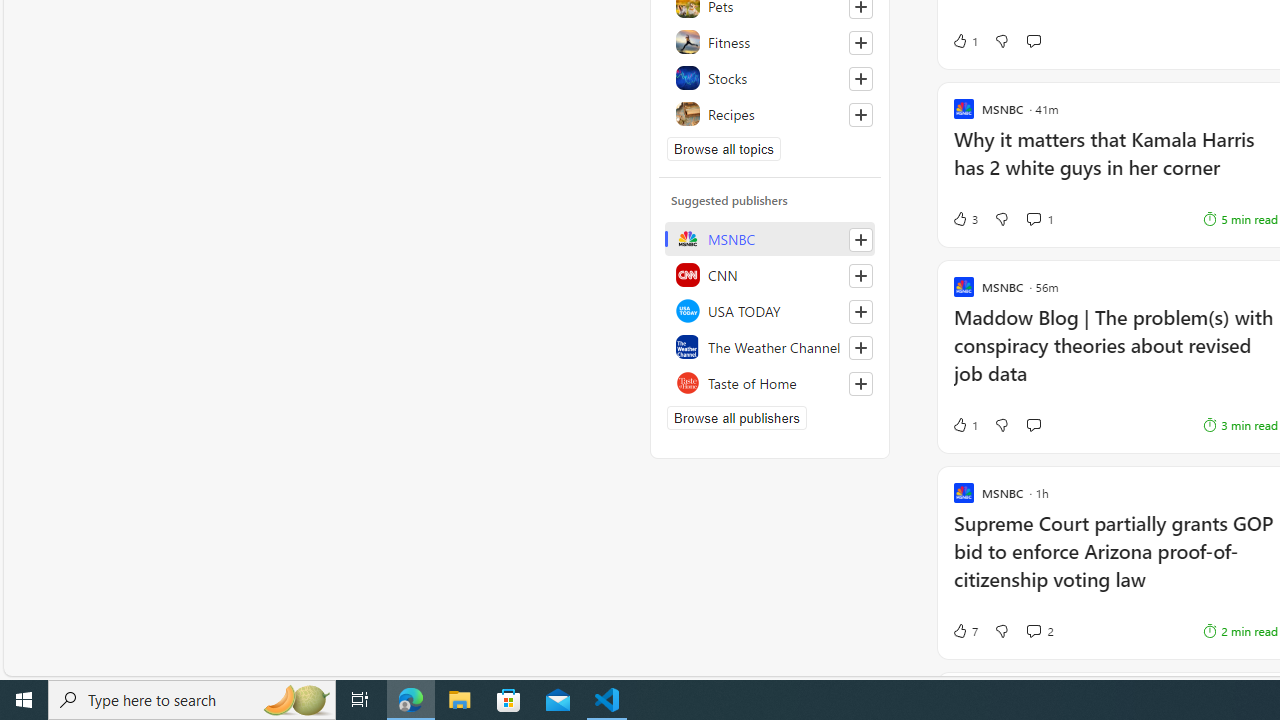 The height and width of the screenshot is (720, 1280). What do you see at coordinates (860, 114) in the screenshot?
I see `'Follow this topic'` at bounding box center [860, 114].